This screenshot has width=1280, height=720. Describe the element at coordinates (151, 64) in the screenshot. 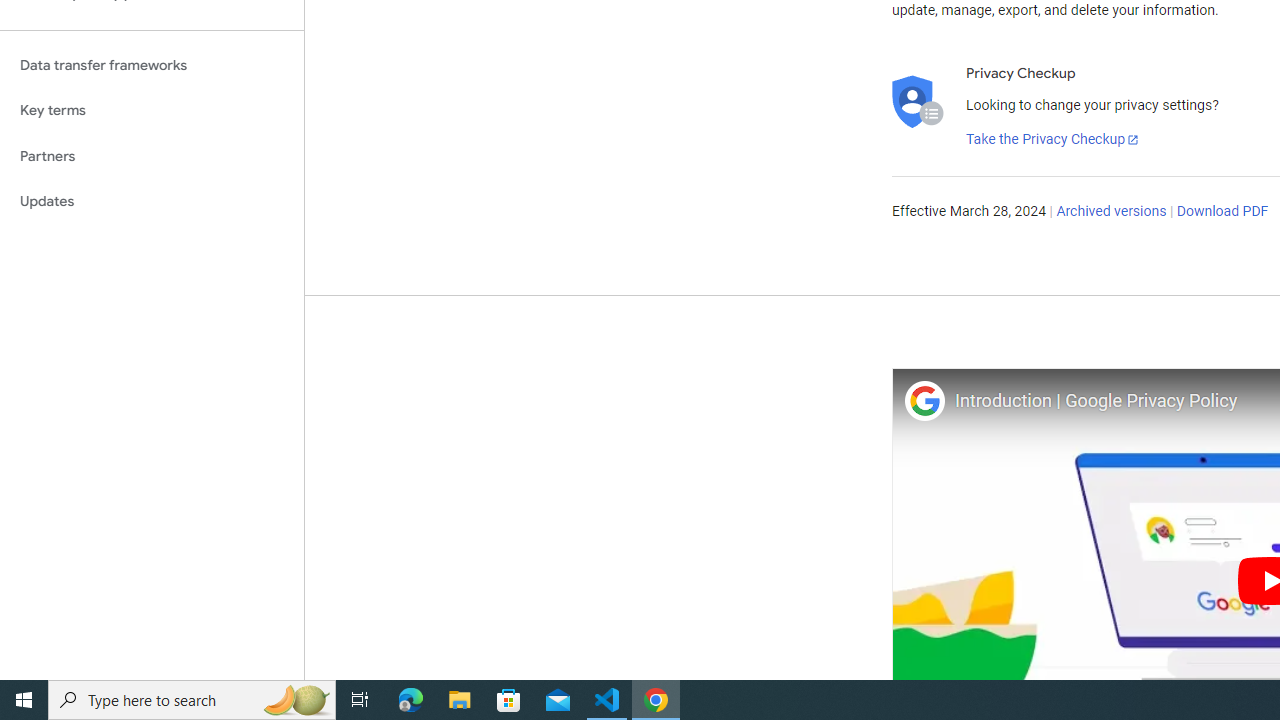

I see `'Data transfer frameworks'` at that location.